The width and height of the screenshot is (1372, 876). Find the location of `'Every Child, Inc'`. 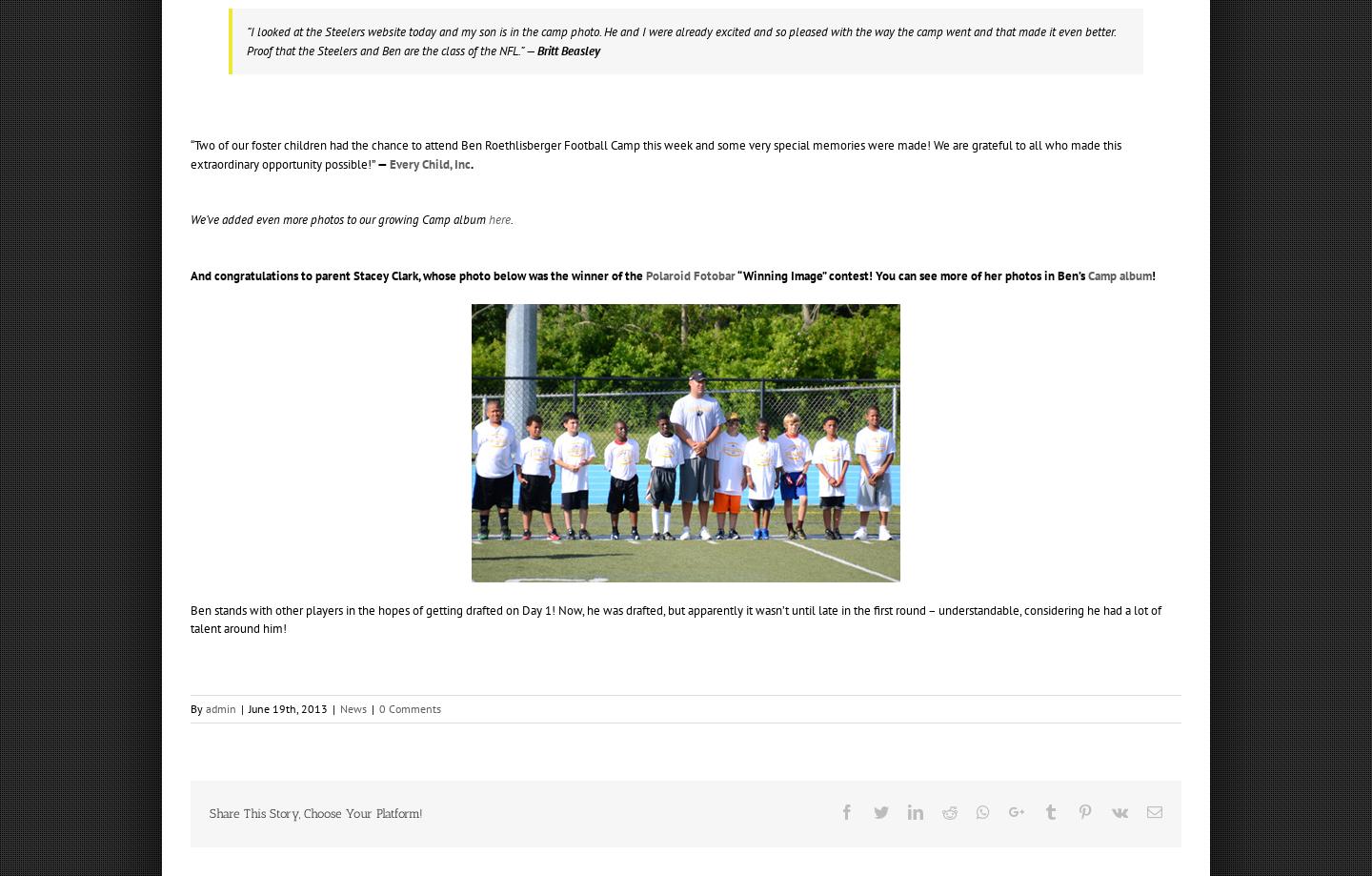

'Every Child, Inc' is located at coordinates (388, 162).